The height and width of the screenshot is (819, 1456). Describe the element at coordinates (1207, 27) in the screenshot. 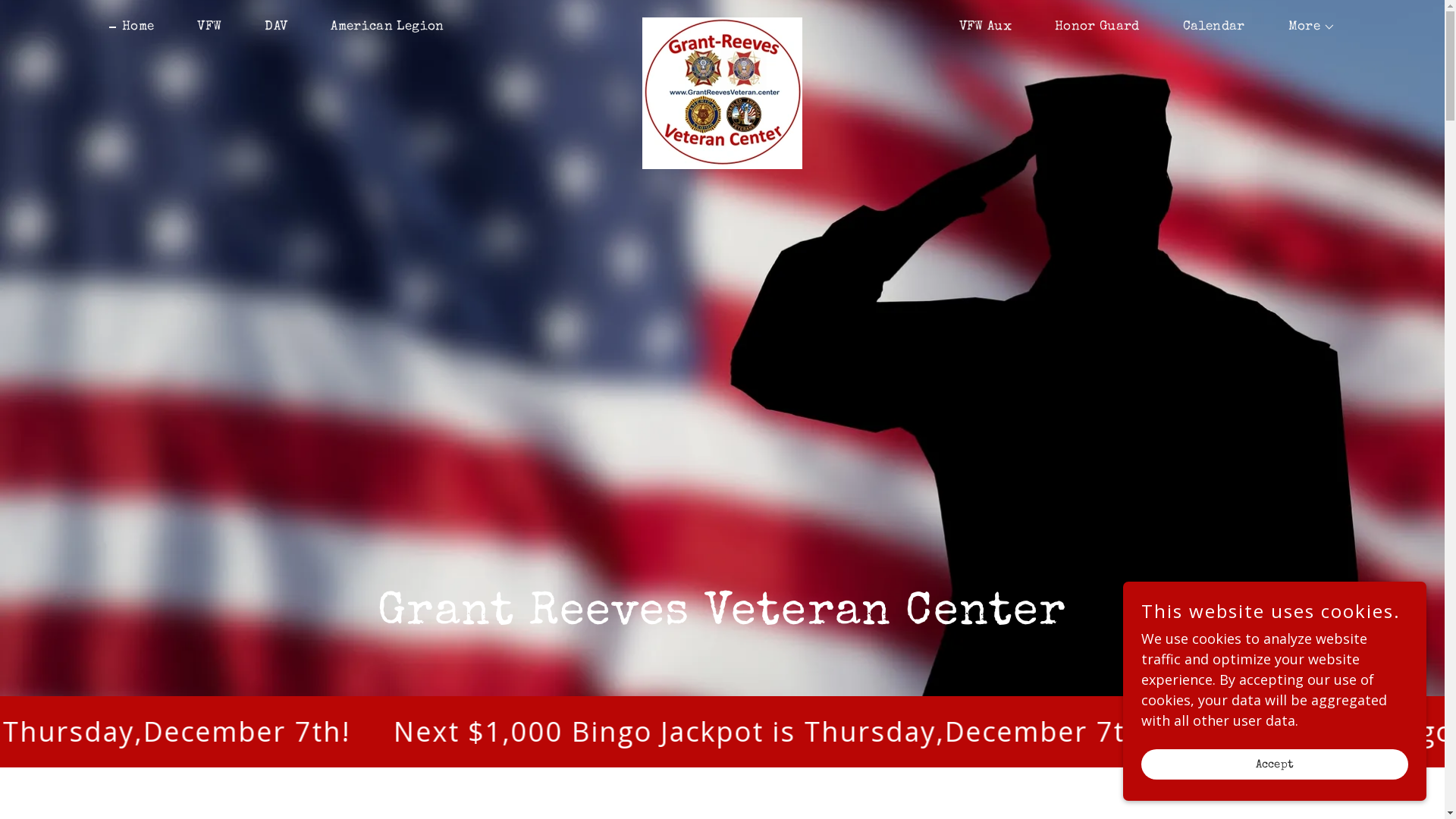

I see `'Calendar'` at that location.